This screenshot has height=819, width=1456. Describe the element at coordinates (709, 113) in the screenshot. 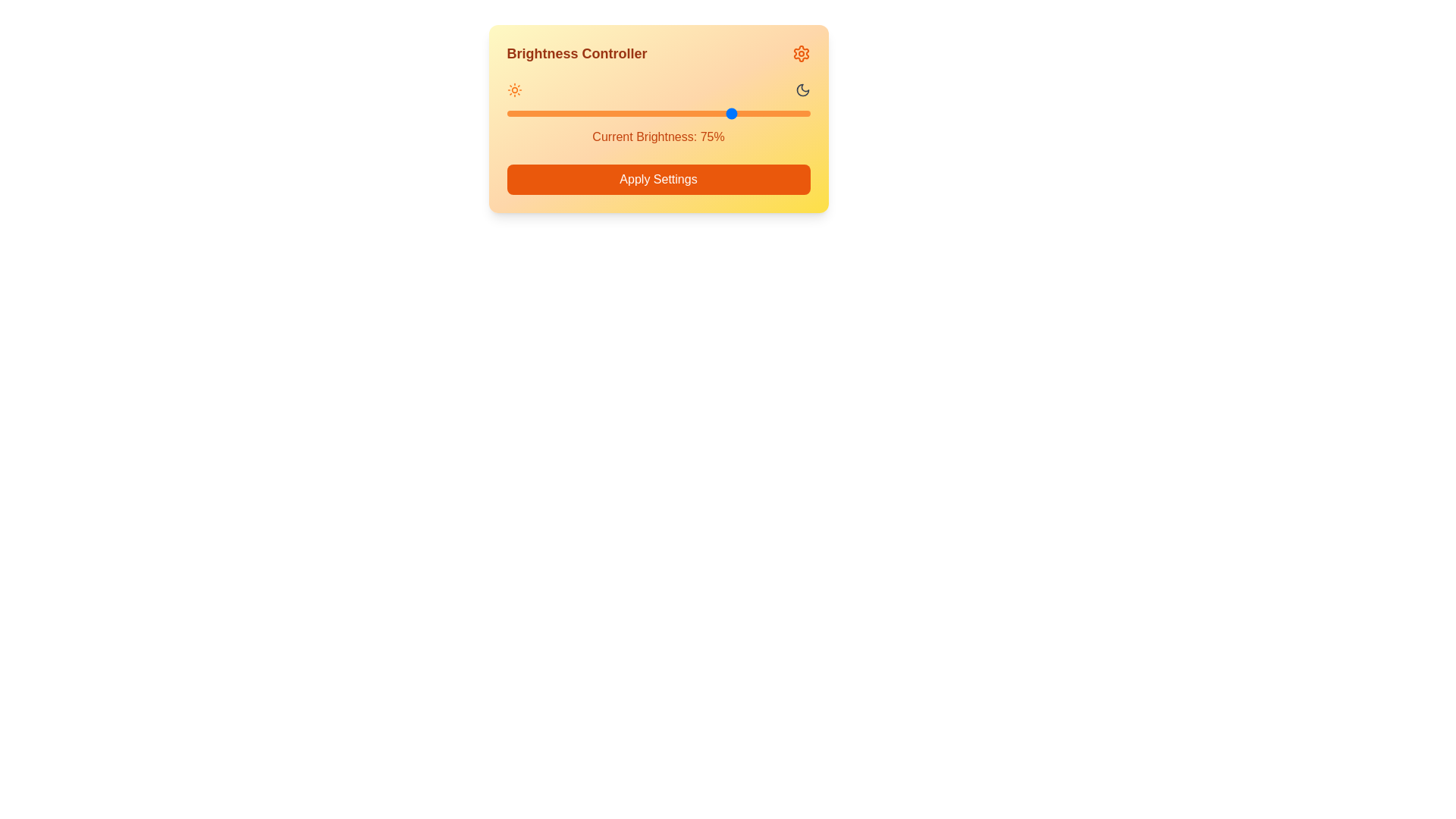

I see `the brightness level to 67% by interacting with the slider` at that location.